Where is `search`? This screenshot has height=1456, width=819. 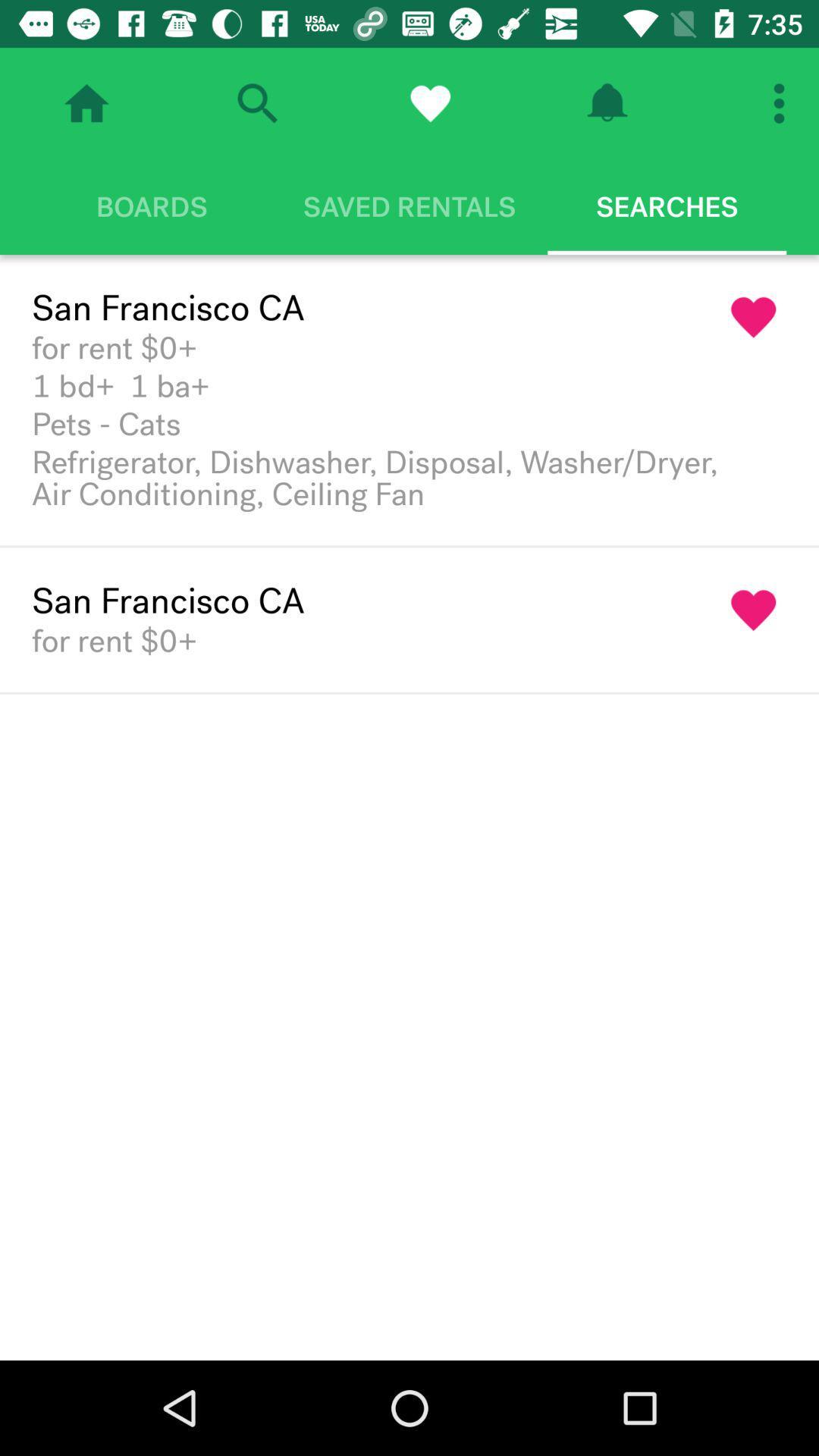
search is located at coordinates (256, 102).